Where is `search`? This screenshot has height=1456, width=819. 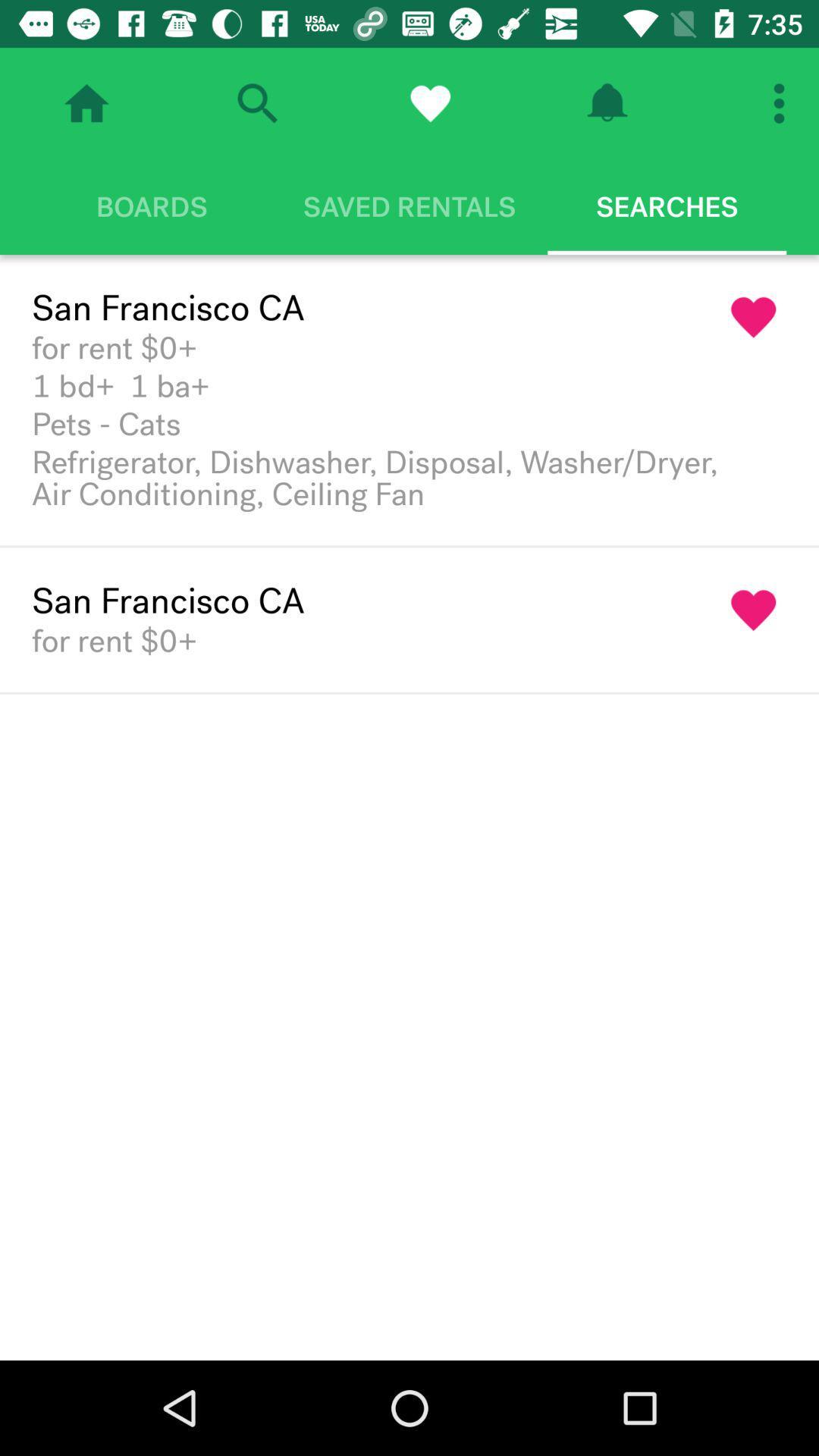
search is located at coordinates (256, 102).